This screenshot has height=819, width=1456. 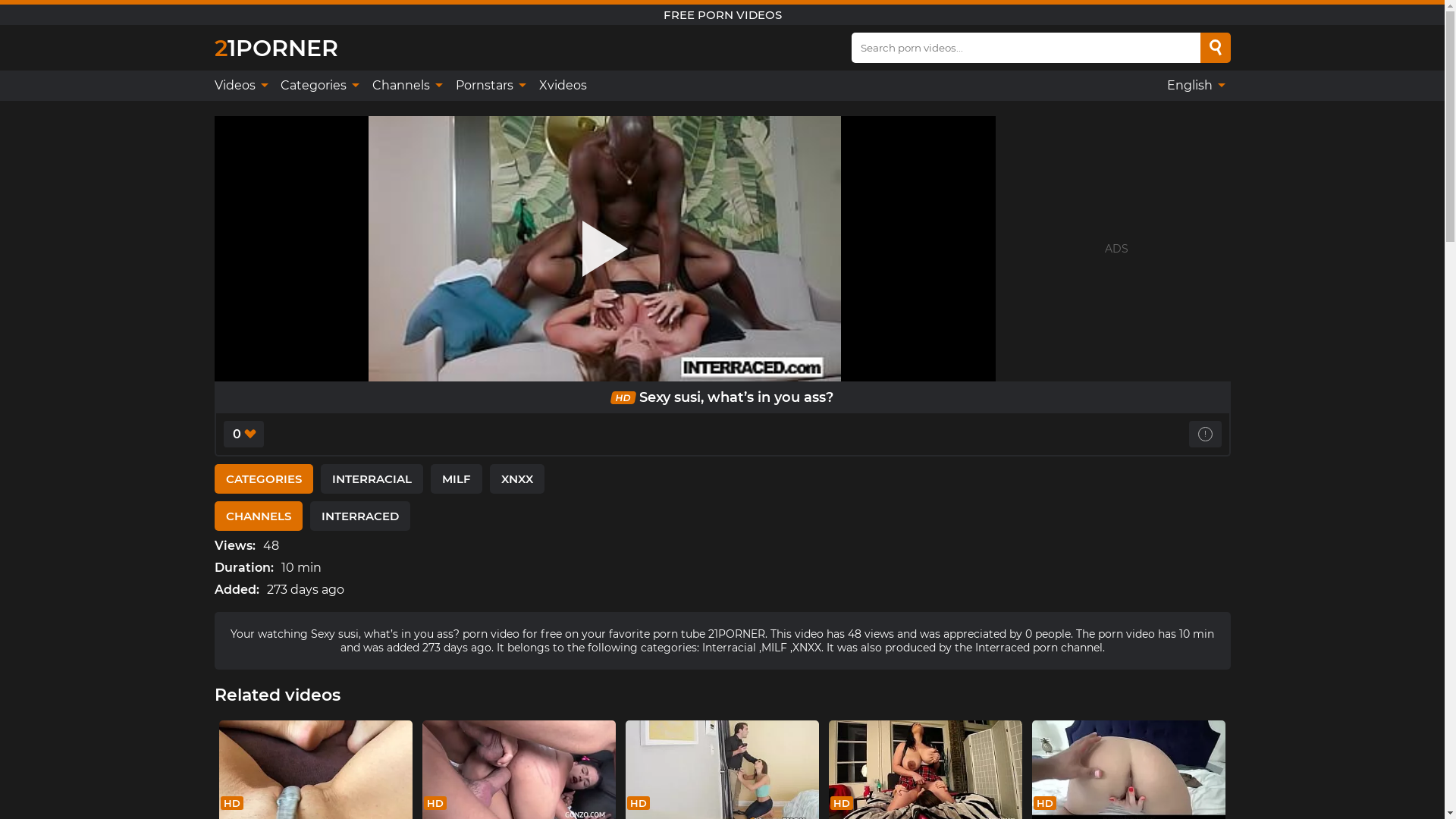 What do you see at coordinates (371, 479) in the screenshot?
I see `'INTERRACIAL'` at bounding box center [371, 479].